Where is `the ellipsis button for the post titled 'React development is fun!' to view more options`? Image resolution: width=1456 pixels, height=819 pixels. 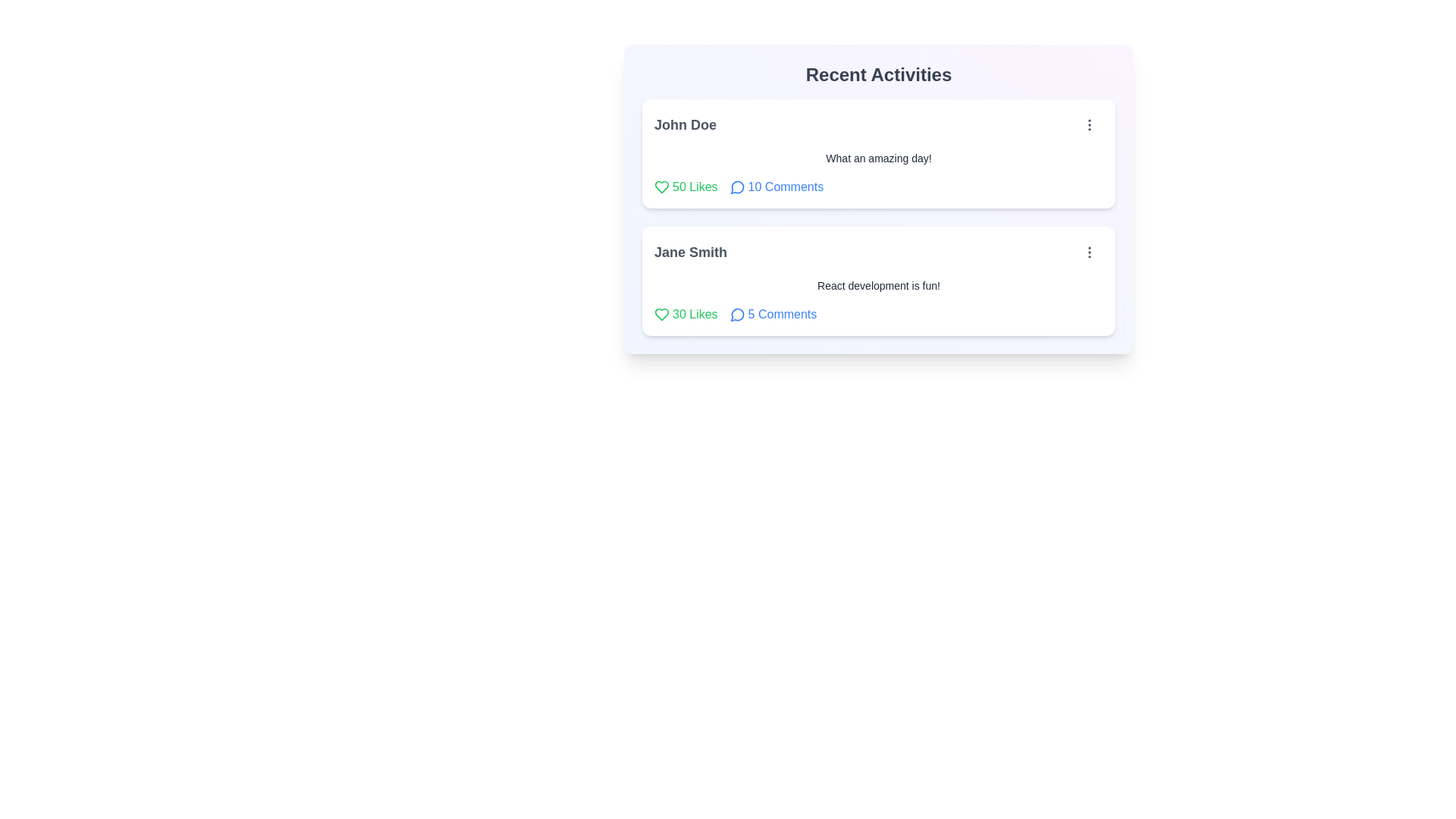
the ellipsis button for the post titled 'React development is fun!' to view more options is located at coordinates (1088, 251).